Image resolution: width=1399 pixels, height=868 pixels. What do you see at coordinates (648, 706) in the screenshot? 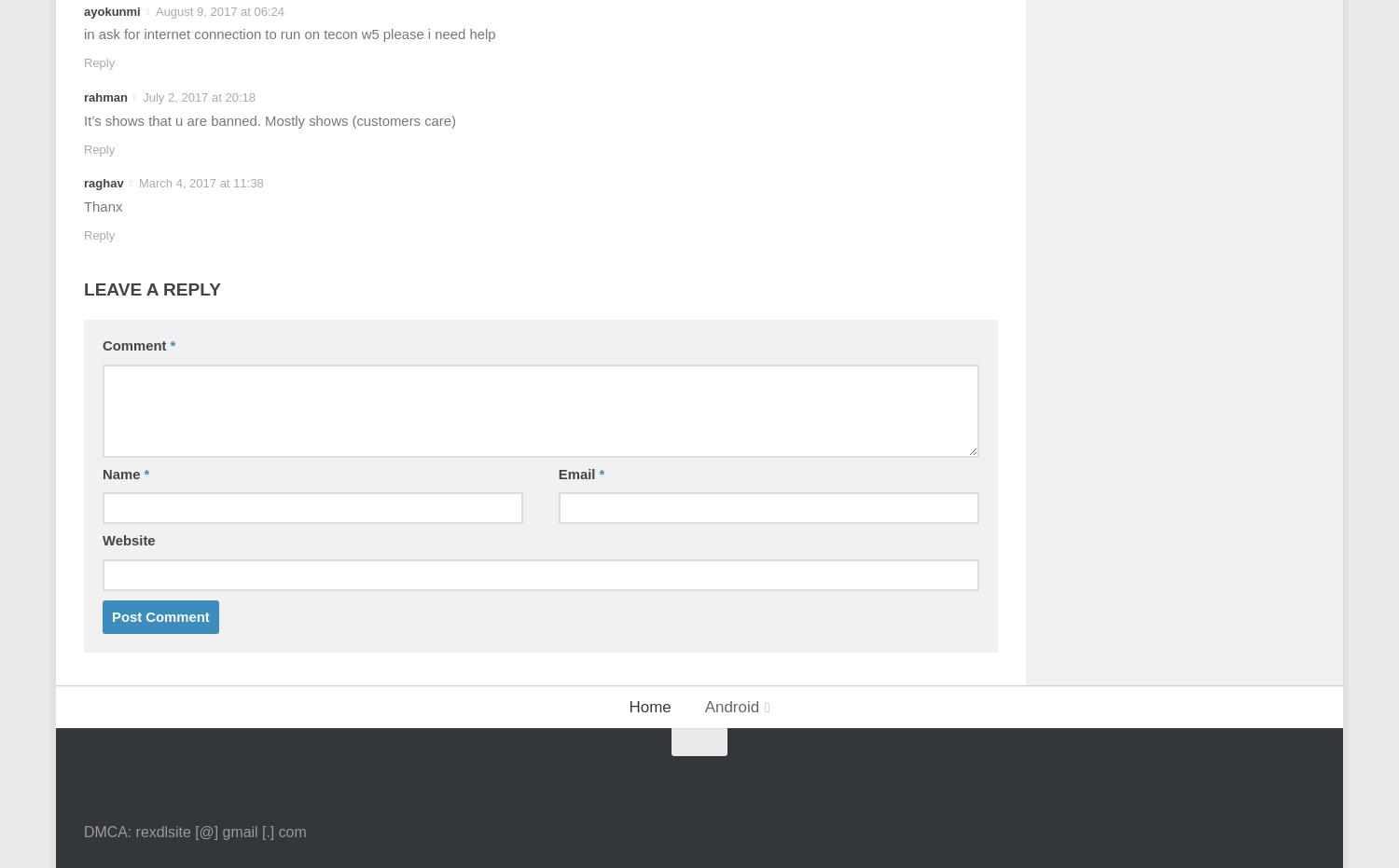
I see `'Home'` at bounding box center [648, 706].